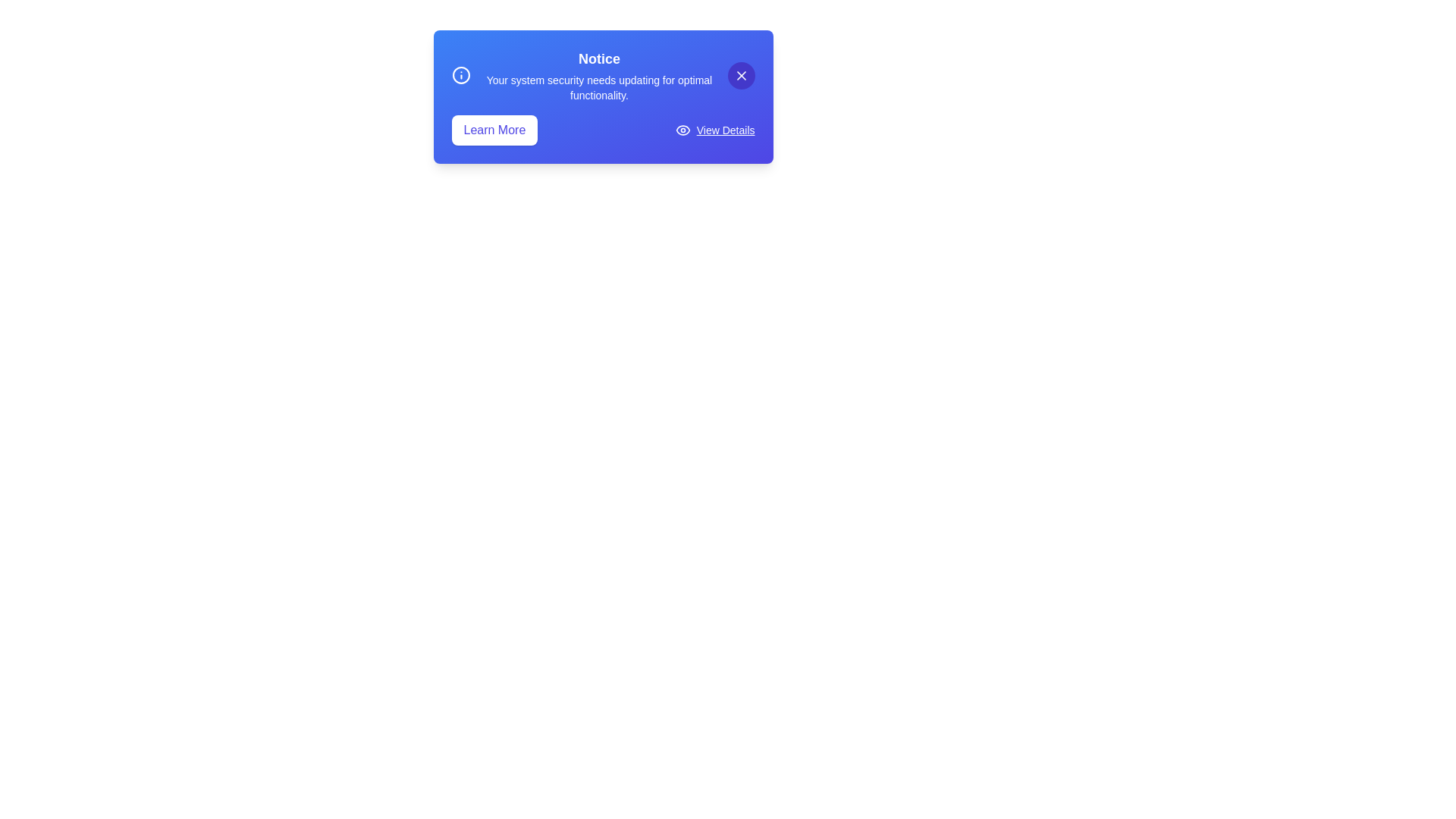 Image resolution: width=1456 pixels, height=819 pixels. Describe the element at coordinates (460, 76) in the screenshot. I see `the icon to visually inspect it` at that location.